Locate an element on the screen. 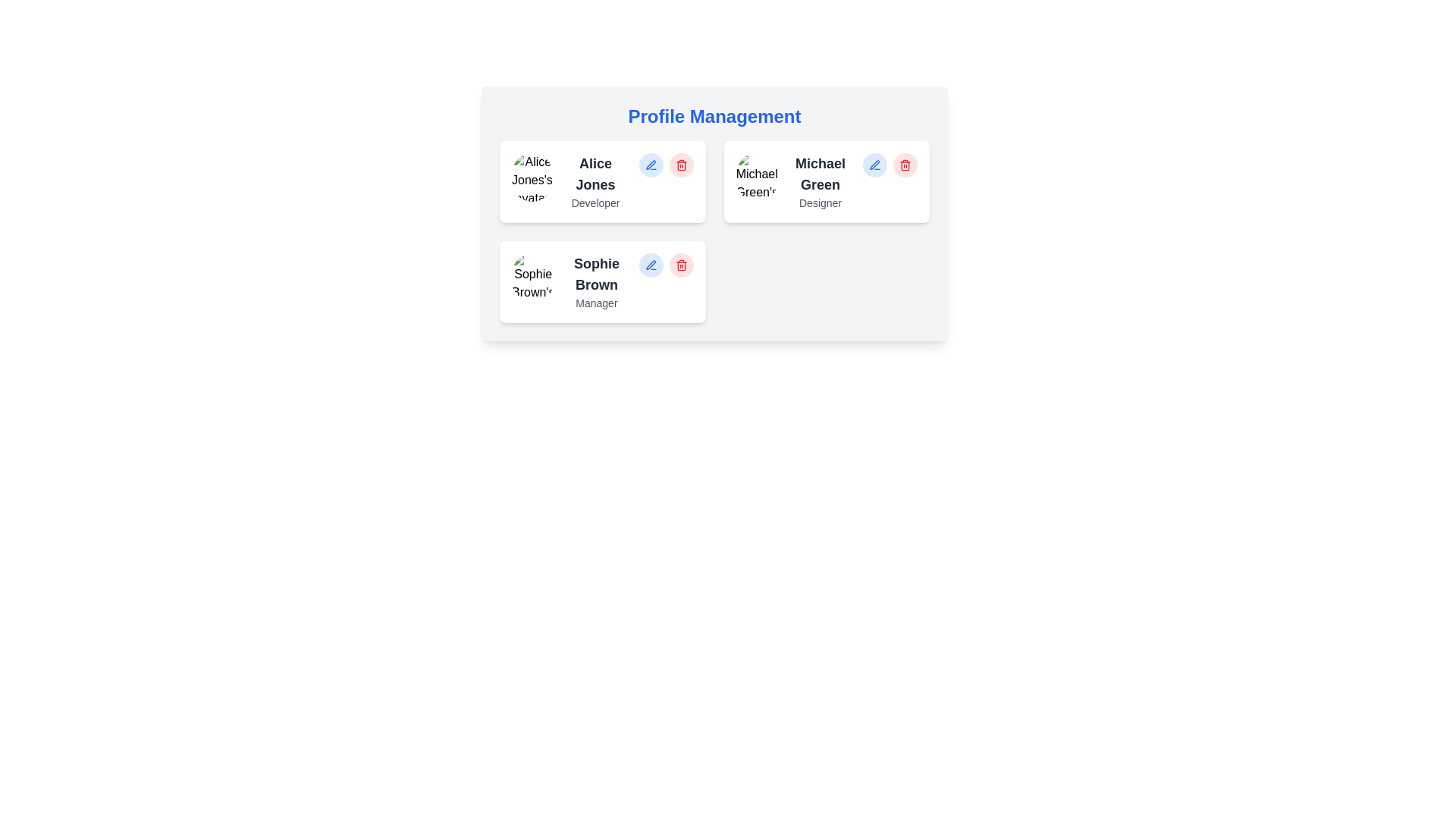 This screenshot has width=1456, height=819. the text label 'Designer', which is styled in gray and positioned below the label 'Michael Green' within the card layout is located at coordinates (820, 202).